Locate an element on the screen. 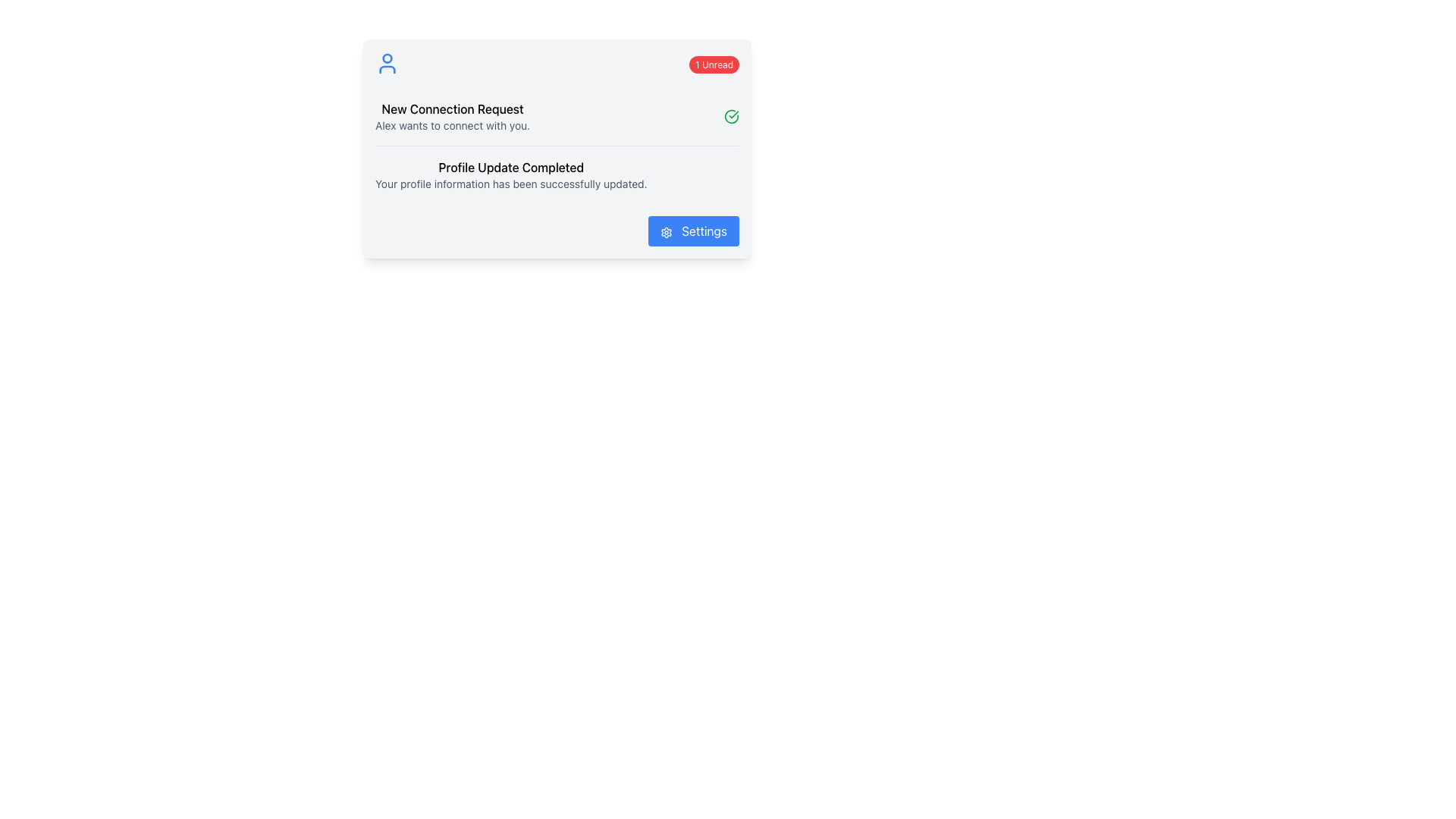 This screenshot has height=819, width=1456. the settings icon located inside the 'Settings' button in the lower right corner of the card interface to potentially view tooltips is located at coordinates (666, 232).